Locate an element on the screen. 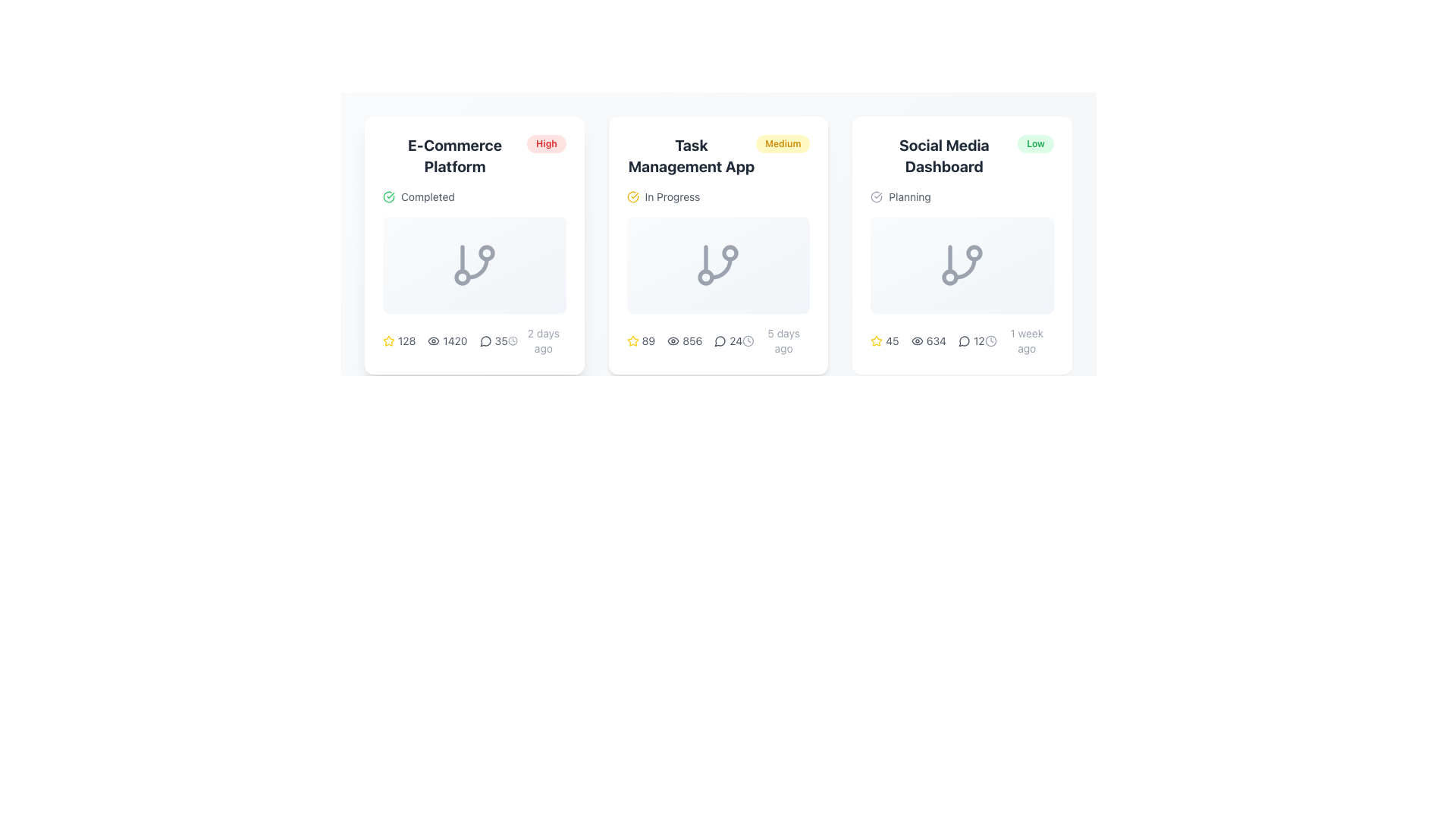  the pill-shaped label with the text 'Medium' in yellow, located to the right of the 'Task Management App' heading is located at coordinates (783, 143).